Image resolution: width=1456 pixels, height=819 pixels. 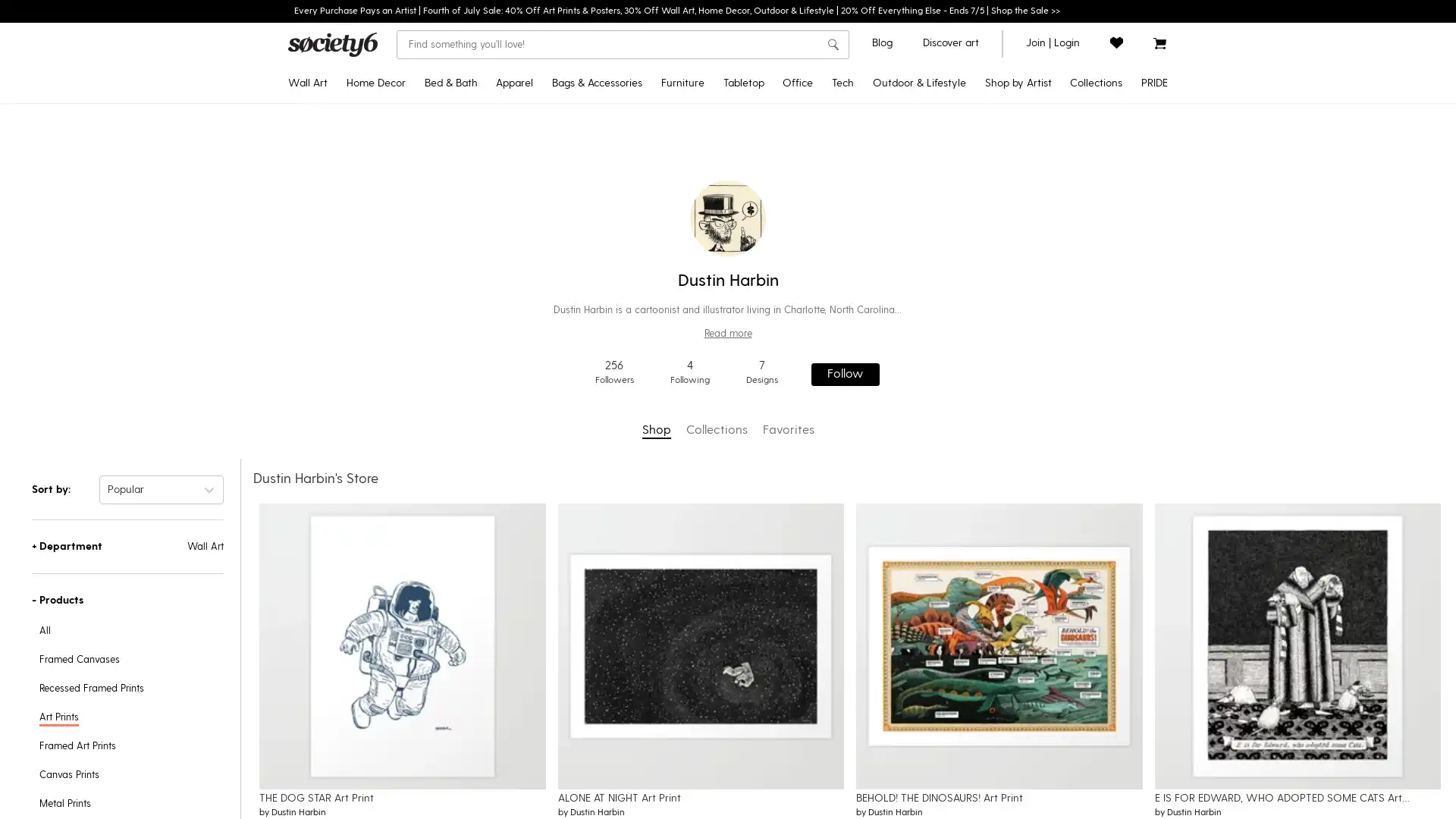 What do you see at coordinates (607, 219) in the screenshot?
I see `Socks` at bounding box center [607, 219].